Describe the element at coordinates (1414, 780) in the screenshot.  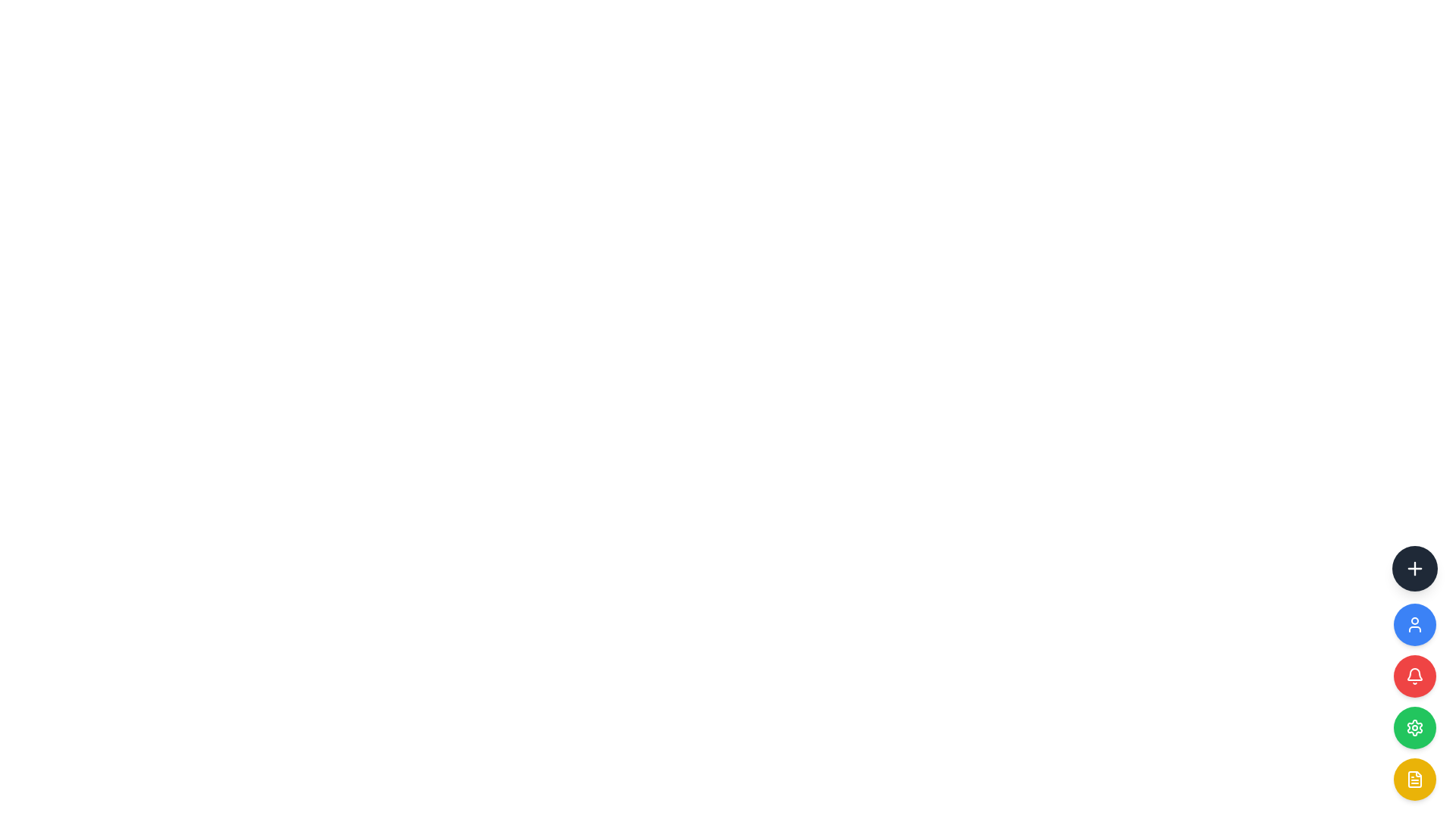
I see `the circular yellow button with a document icon at the bottom of the vertical stack of buttons` at that location.